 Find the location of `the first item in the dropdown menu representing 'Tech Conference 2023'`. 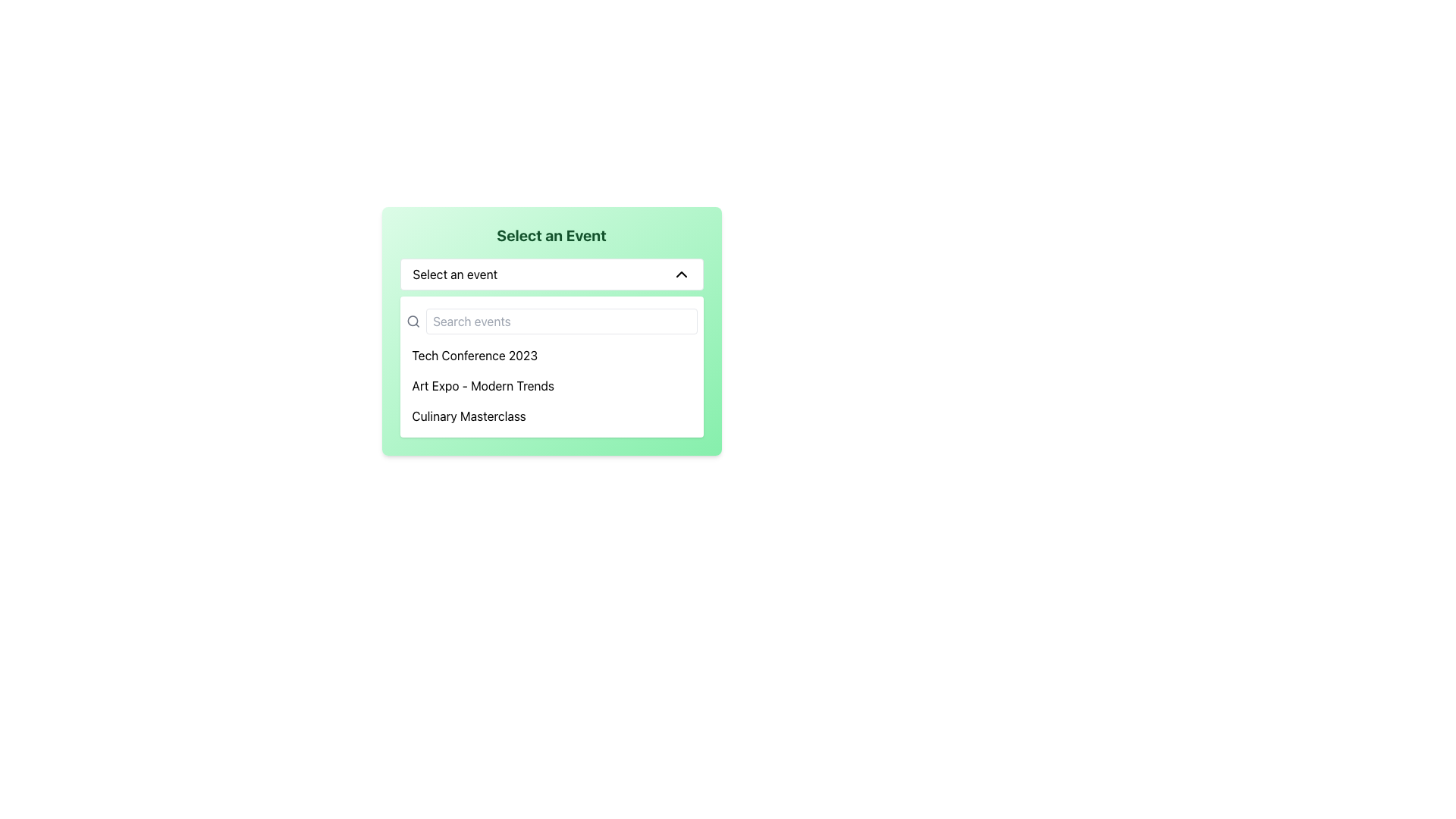

the first item in the dropdown menu representing 'Tech Conference 2023' is located at coordinates (551, 356).